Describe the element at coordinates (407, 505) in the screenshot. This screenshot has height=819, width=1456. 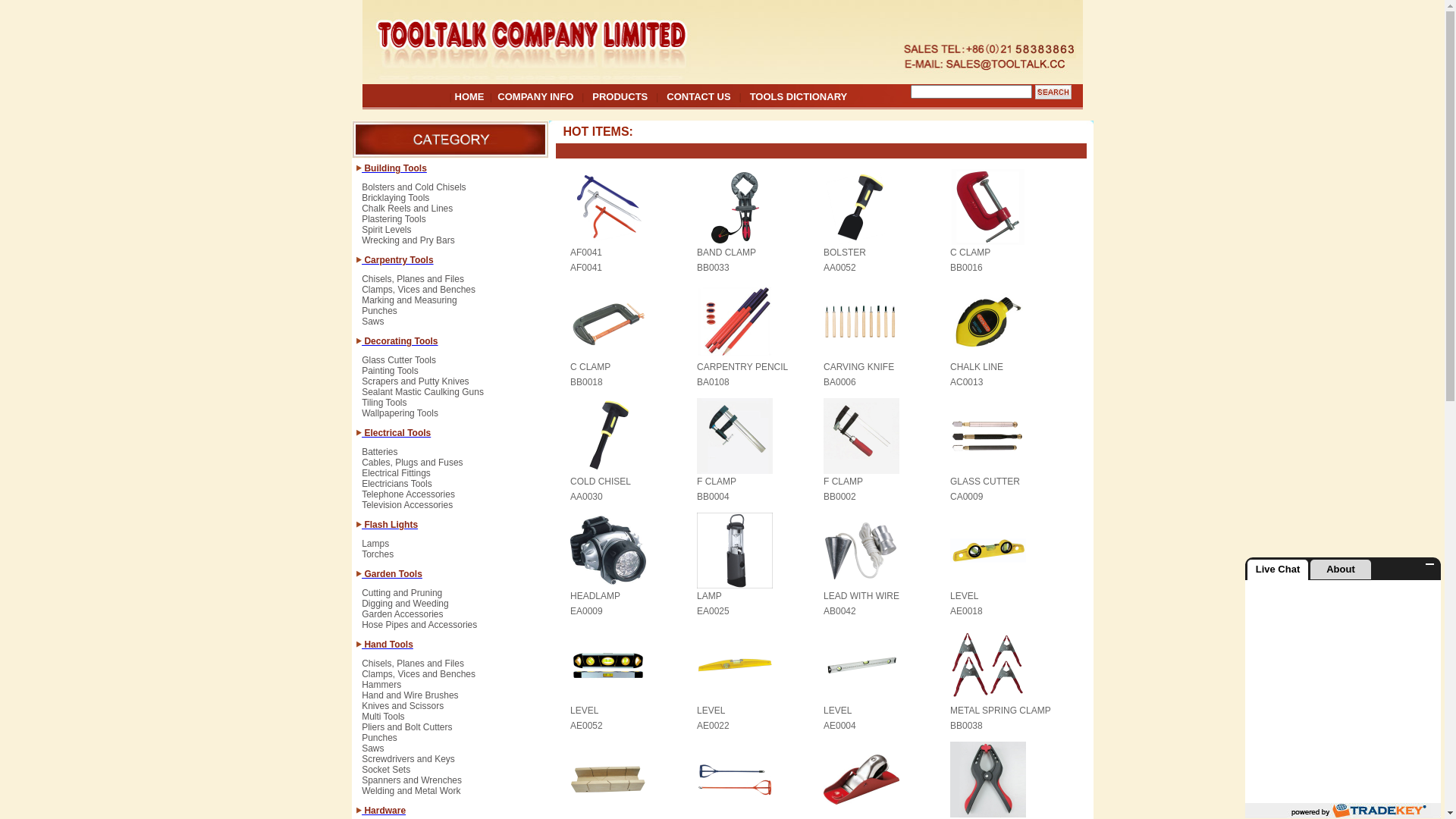
I see `'Television Accessories'` at that location.